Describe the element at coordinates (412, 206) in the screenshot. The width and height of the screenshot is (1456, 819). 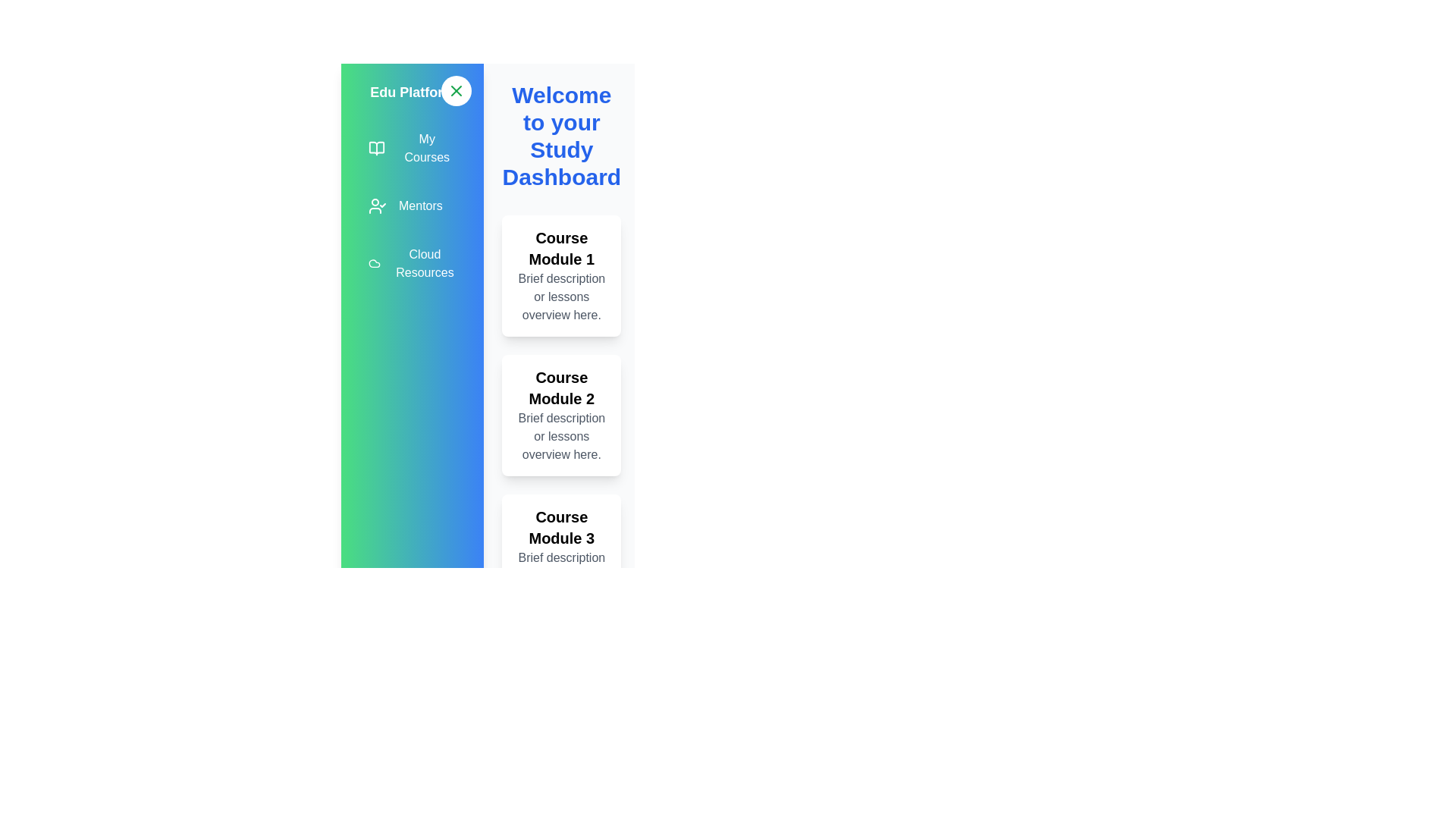
I see `the 'Mentors' menu item to navigate to the 'Mentors' section` at that location.